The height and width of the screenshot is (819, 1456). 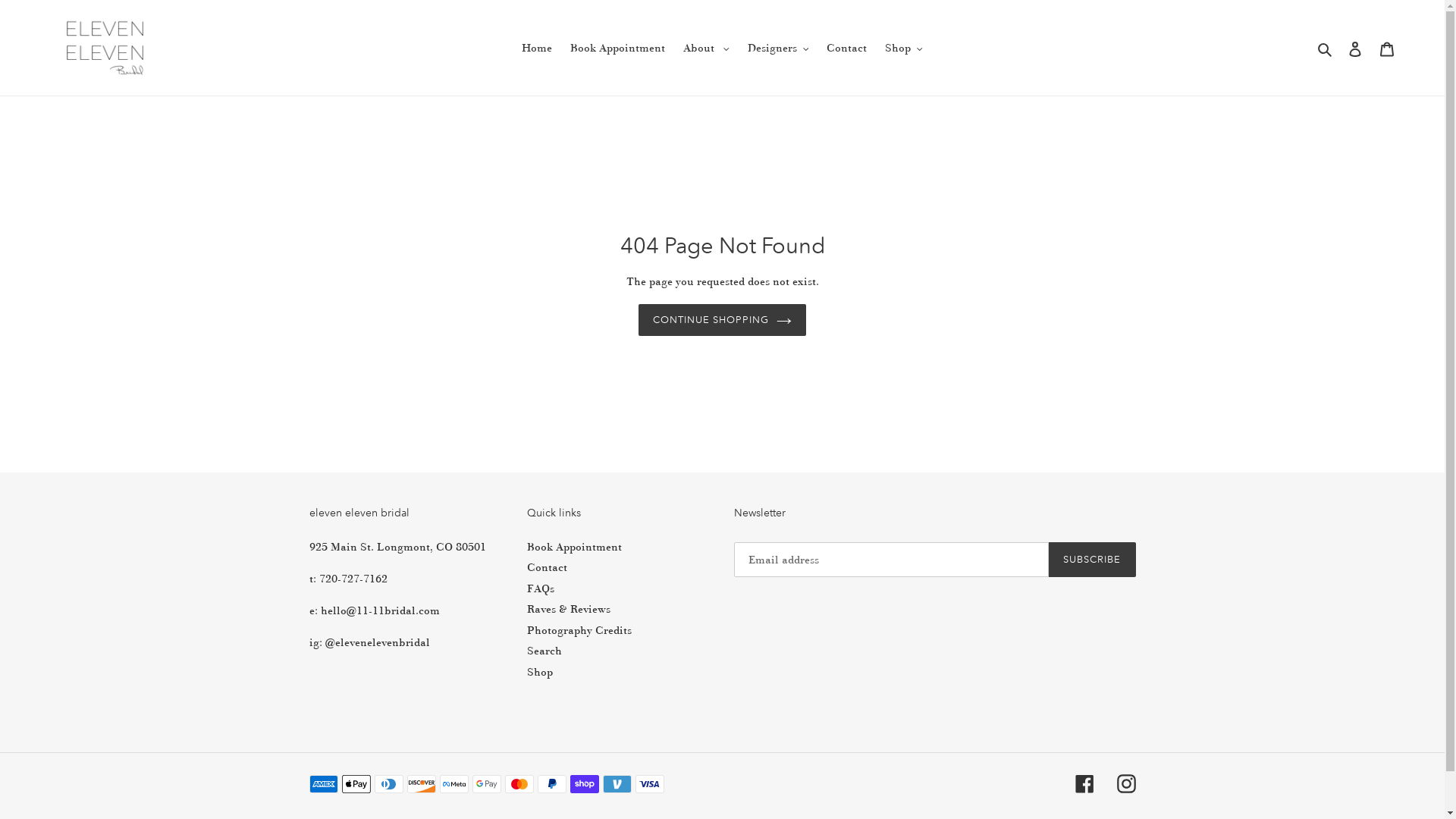 What do you see at coordinates (617, 47) in the screenshot?
I see `'Book Appointment'` at bounding box center [617, 47].